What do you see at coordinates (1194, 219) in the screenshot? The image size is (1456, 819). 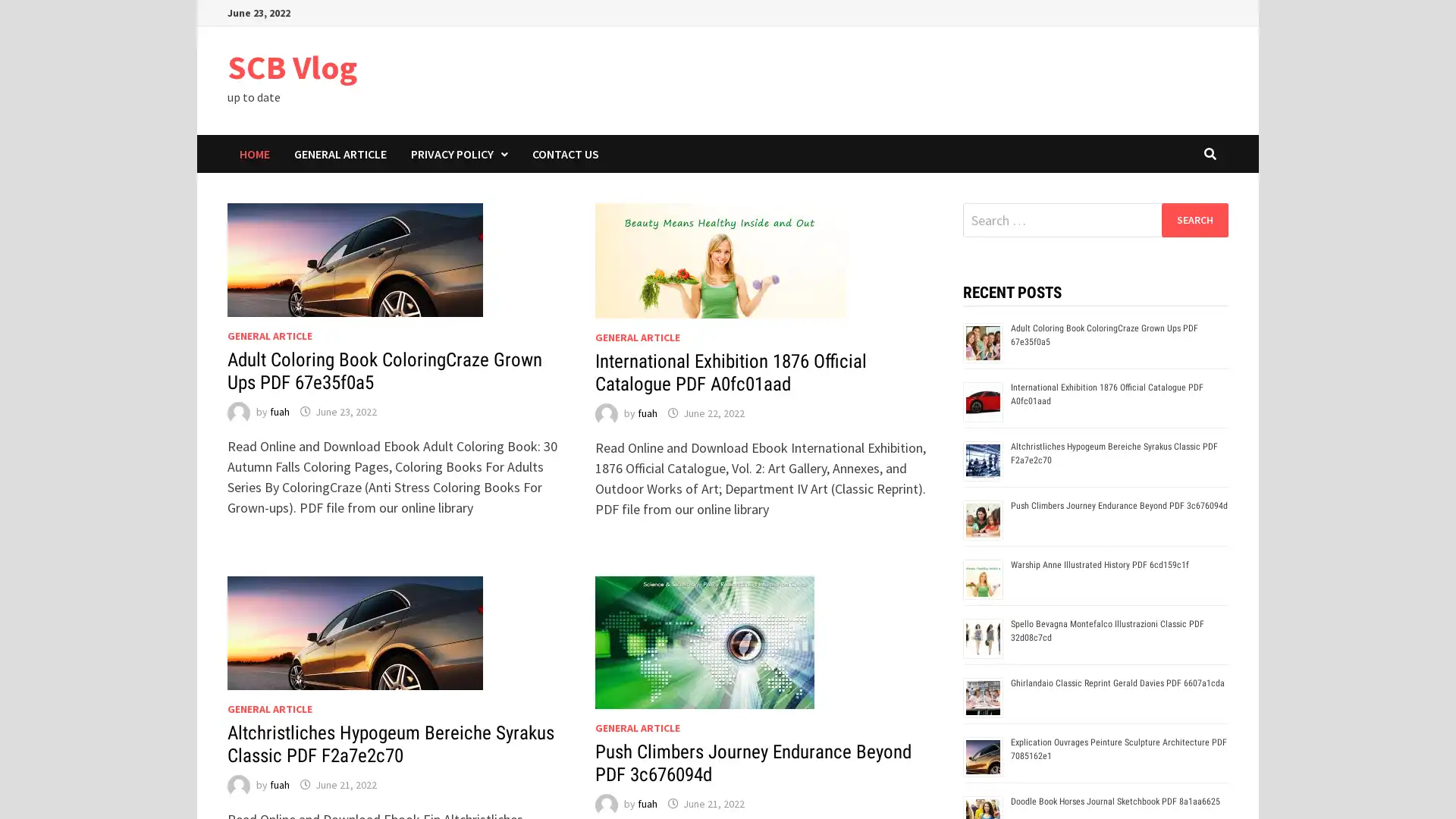 I see `Search` at bounding box center [1194, 219].